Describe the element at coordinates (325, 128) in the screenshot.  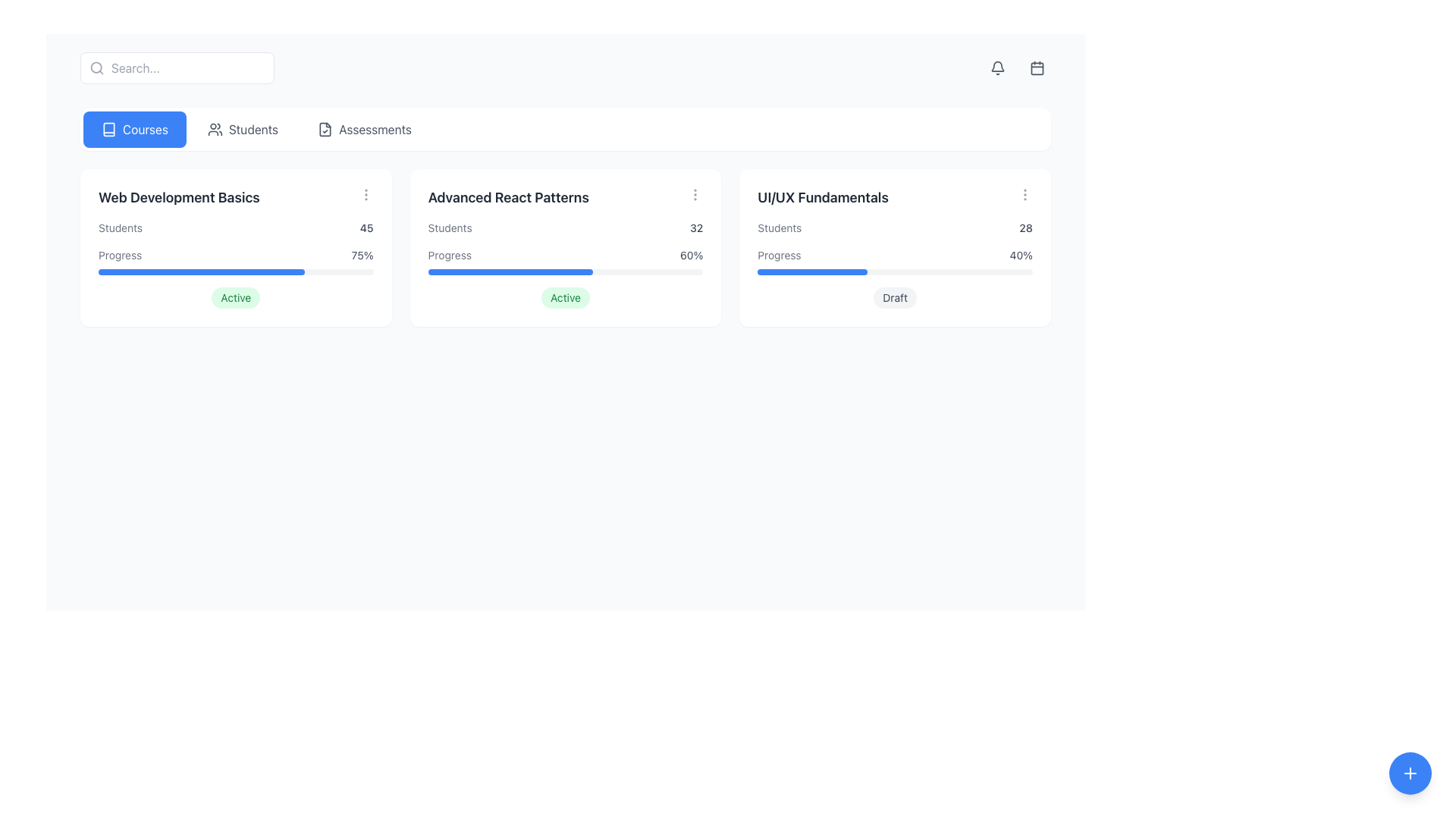
I see `the document icon with a checkmark located to the left of the 'Assessments' text in the navigation bar` at that location.